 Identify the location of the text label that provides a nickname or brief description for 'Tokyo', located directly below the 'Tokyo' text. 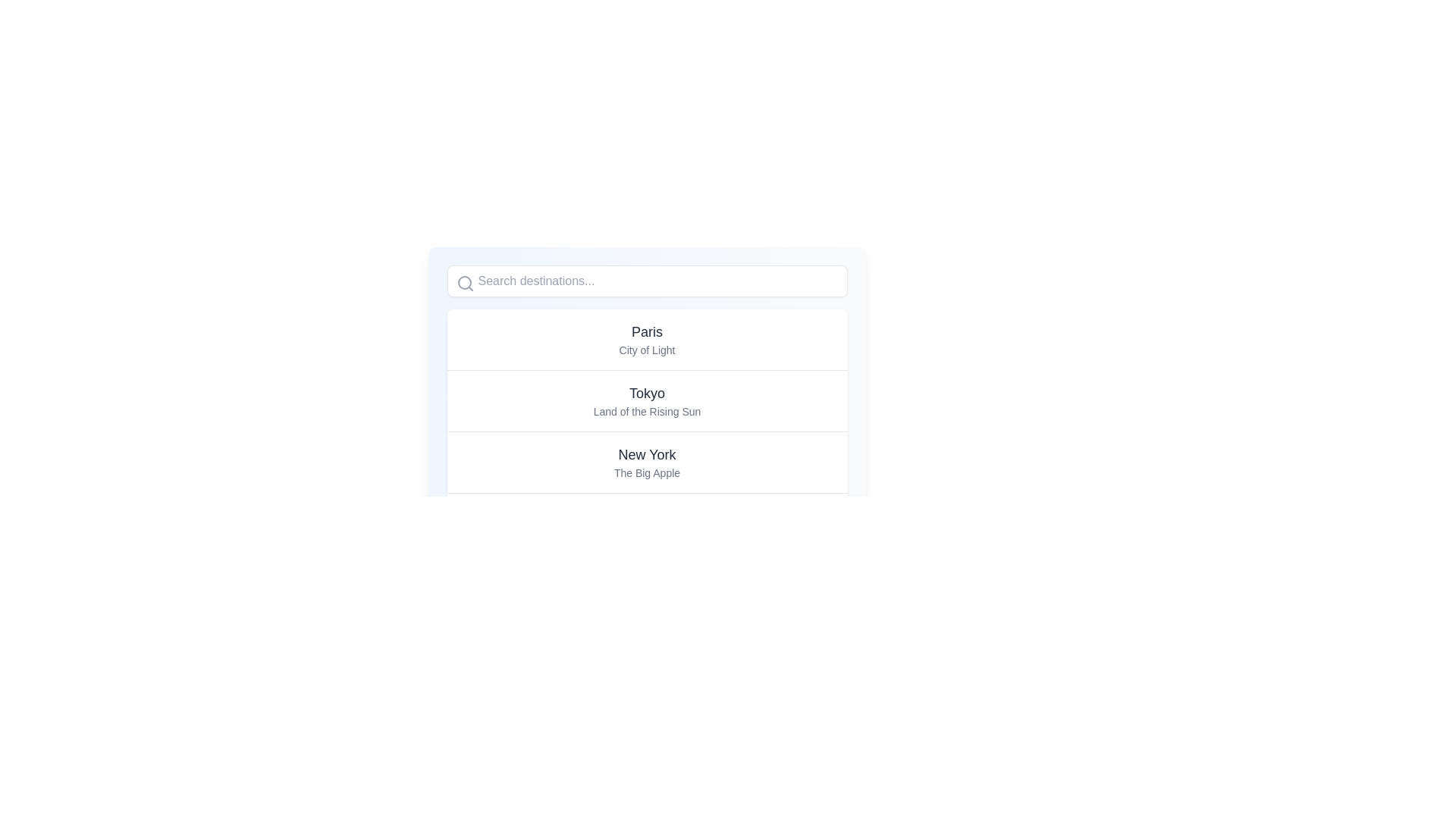
(647, 412).